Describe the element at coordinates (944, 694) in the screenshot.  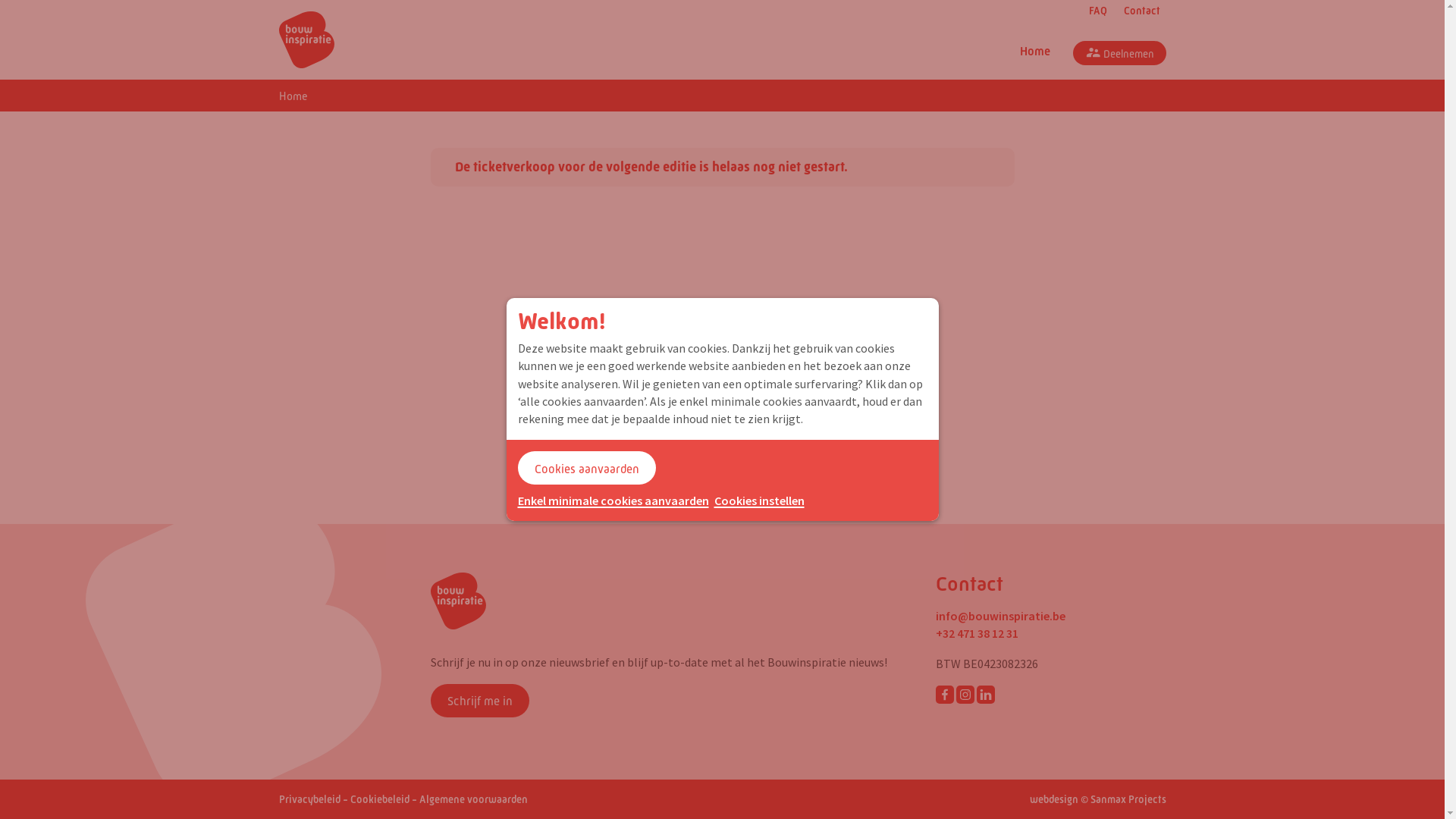
I see `'Facebook'` at that location.